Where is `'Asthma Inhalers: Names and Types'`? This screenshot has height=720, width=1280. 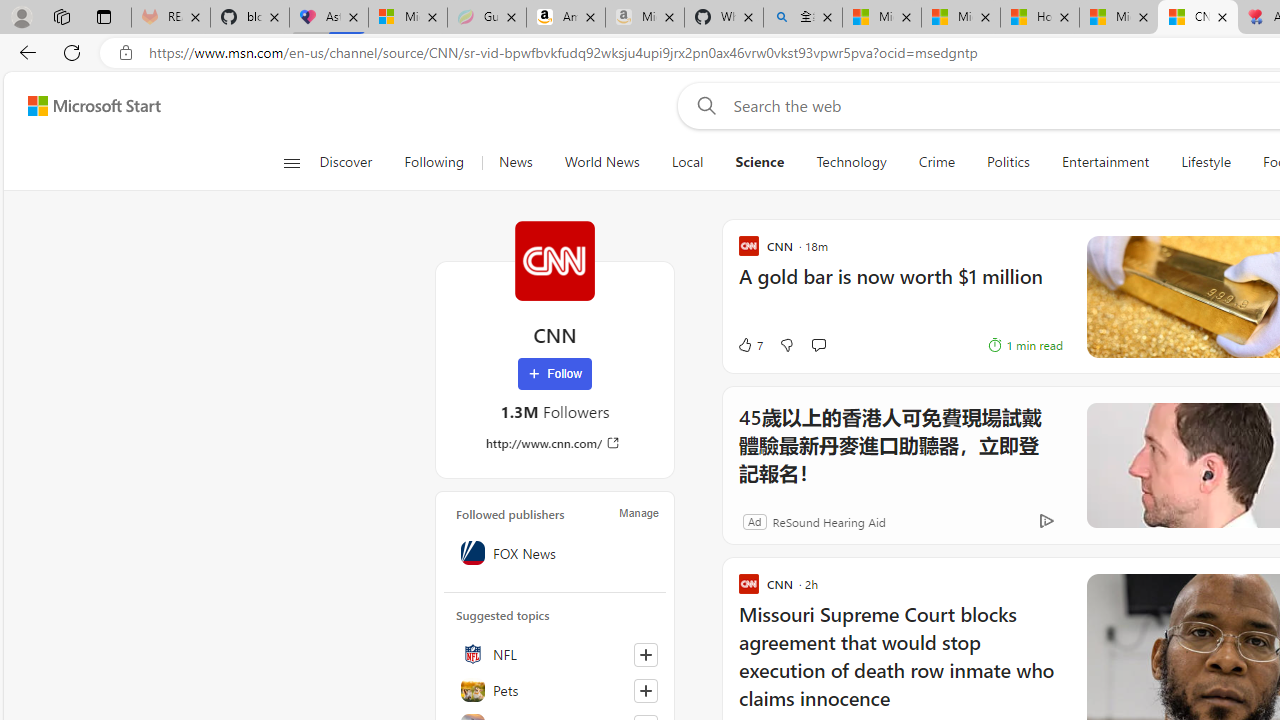
'Asthma Inhalers: Names and Types' is located at coordinates (329, 17).